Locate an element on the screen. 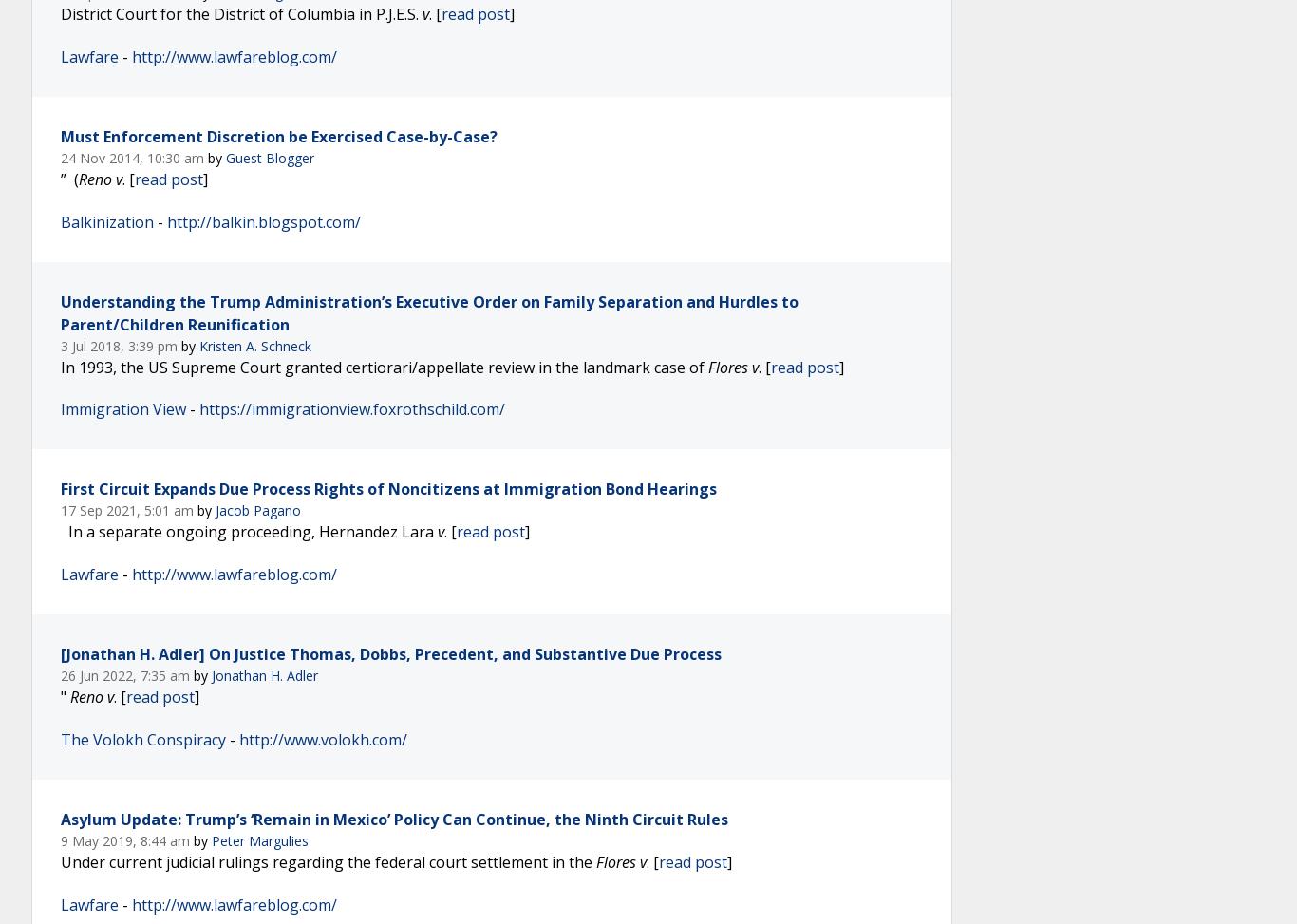  '3 Jul 2018, 3:39 pm' is located at coordinates (120, 344).